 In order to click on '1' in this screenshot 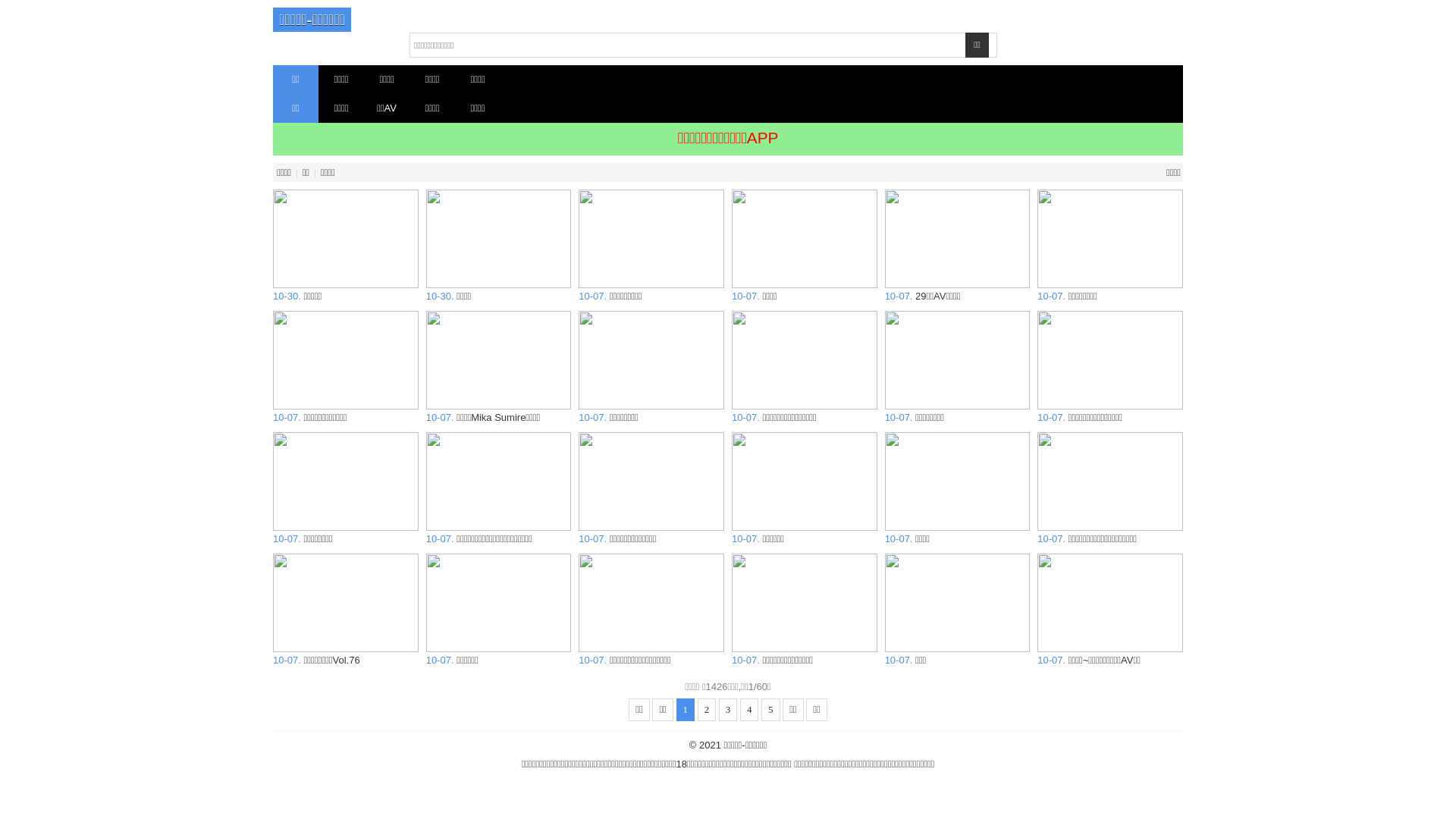, I will do `click(685, 710)`.